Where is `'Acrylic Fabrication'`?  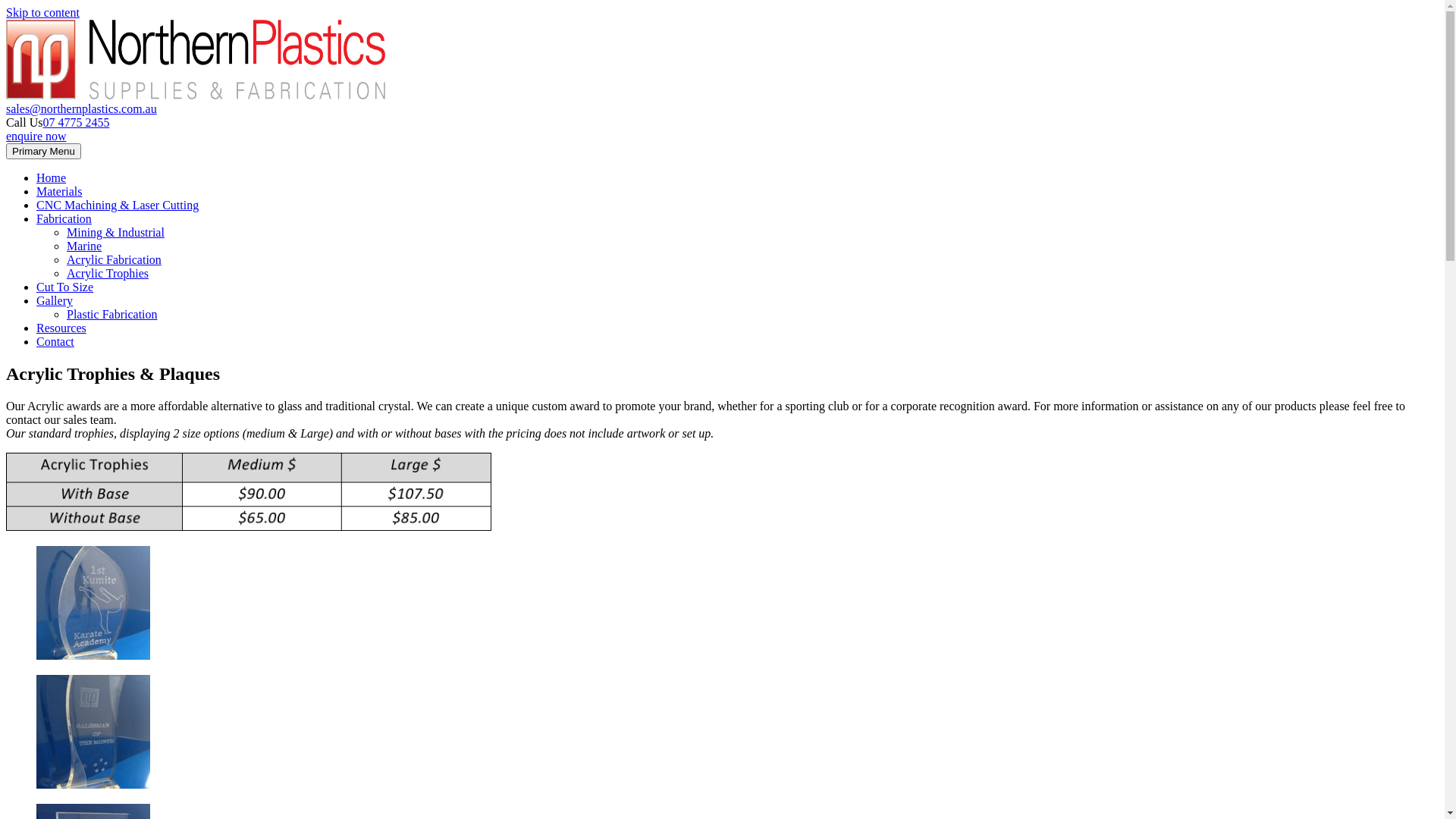
'Acrylic Fabrication' is located at coordinates (113, 259).